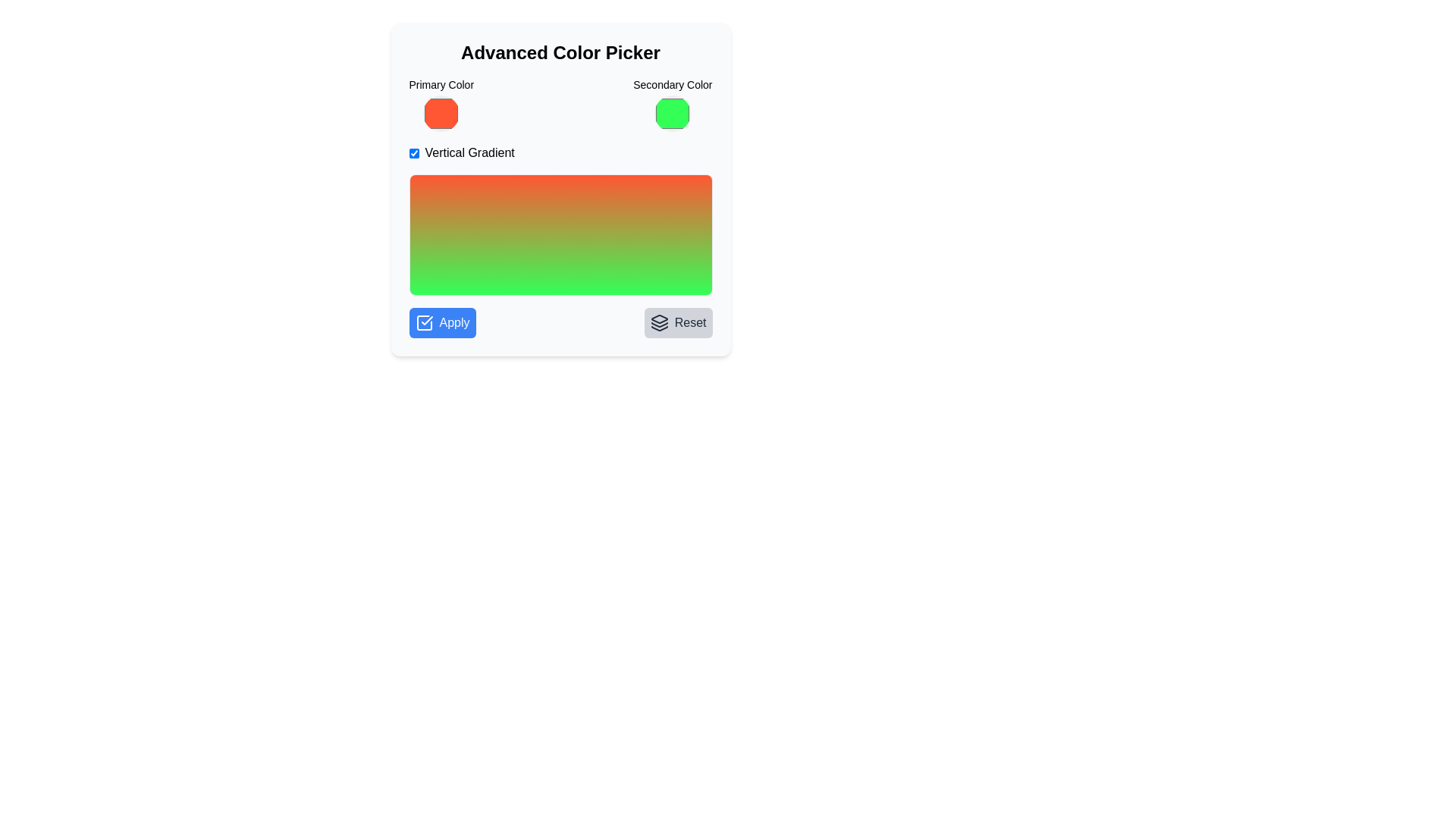 This screenshot has width=1456, height=819. What do you see at coordinates (414, 152) in the screenshot?
I see `the checkbox located next to the label 'Vertical Gradient'` at bounding box center [414, 152].